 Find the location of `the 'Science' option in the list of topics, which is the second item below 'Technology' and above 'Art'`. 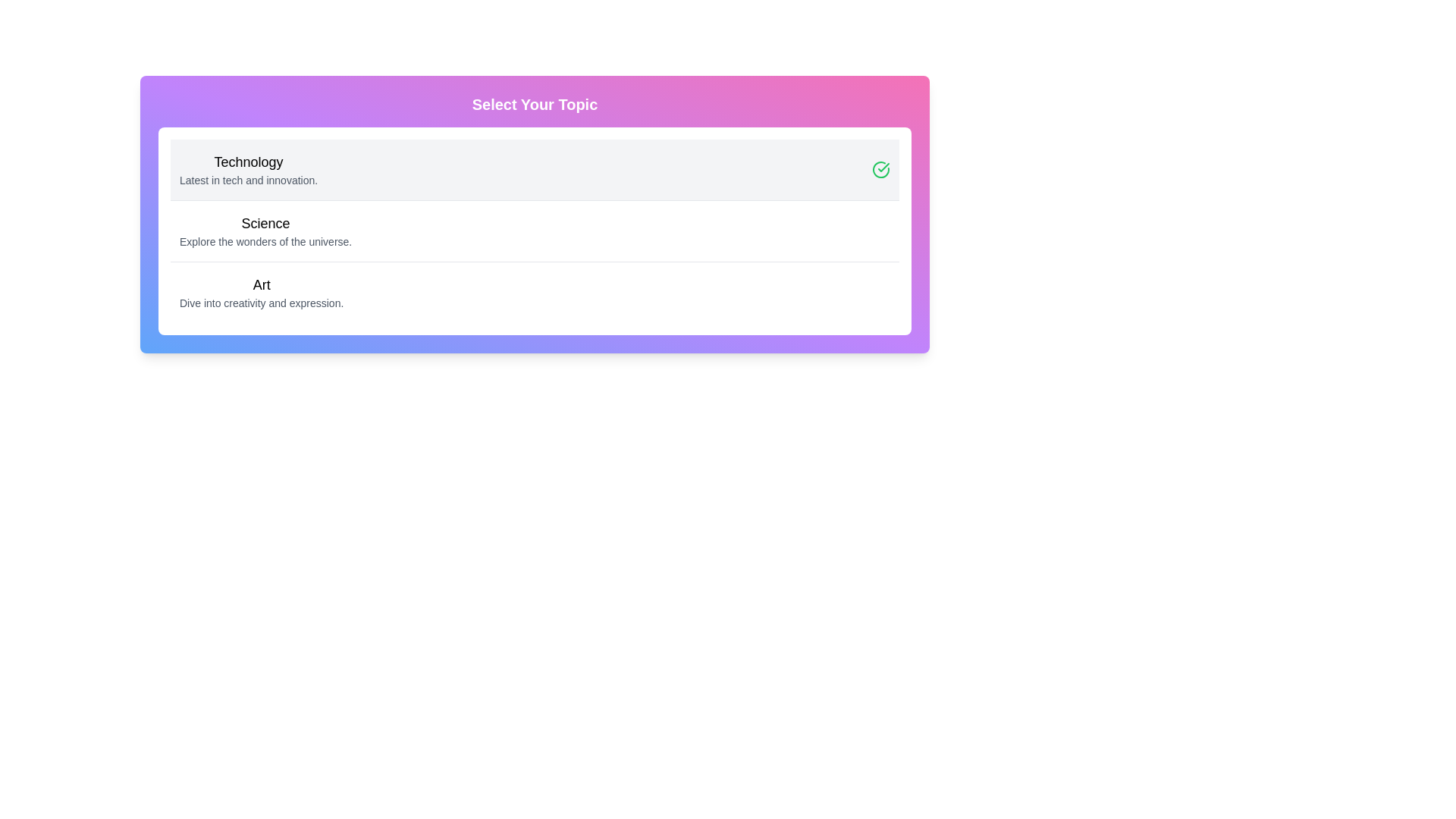

the 'Science' option in the list of topics, which is the second item below 'Technology' and above 'Art' is located at coordinates (265, 231).